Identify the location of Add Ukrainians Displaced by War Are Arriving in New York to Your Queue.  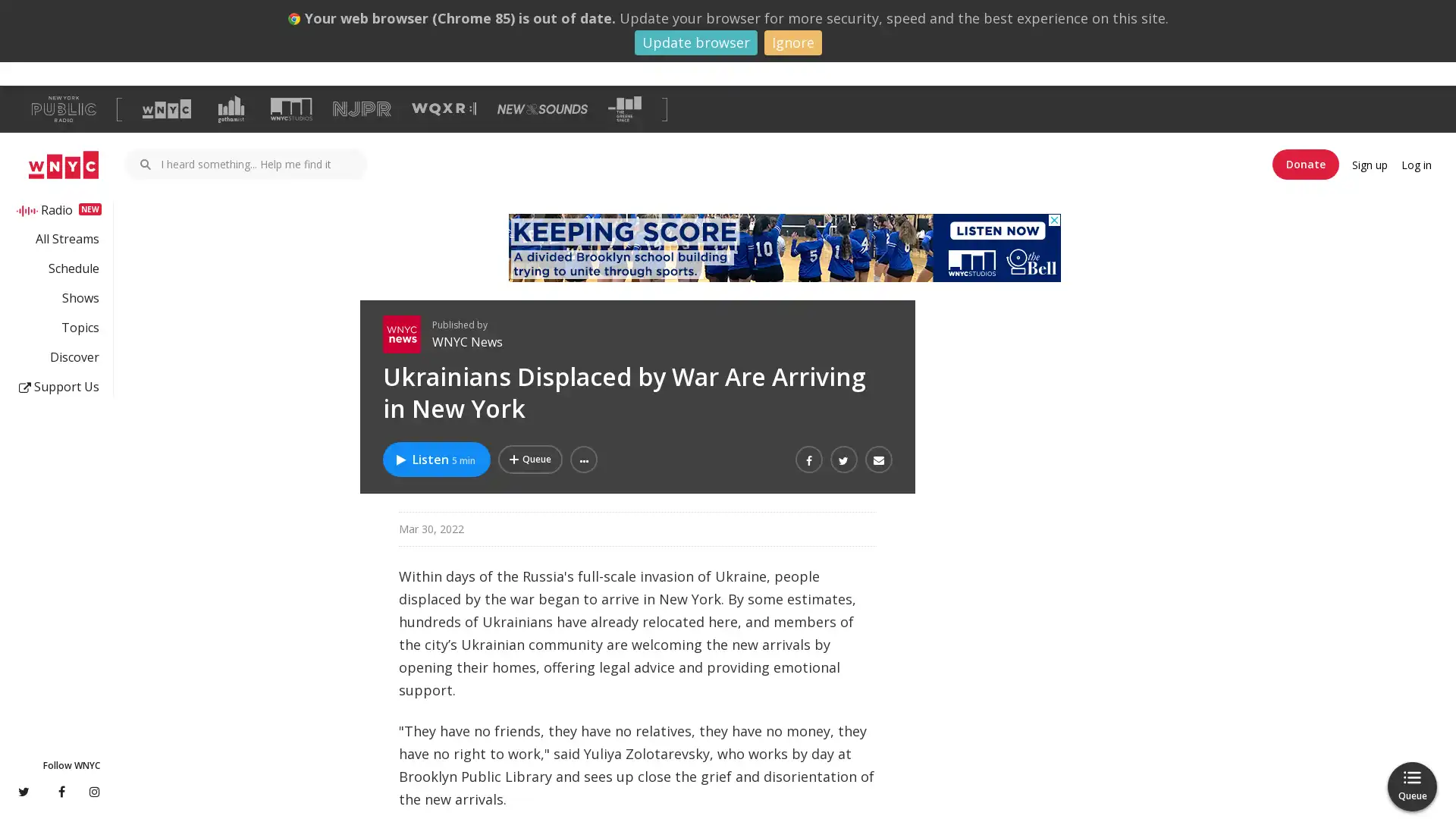
(530, 458).